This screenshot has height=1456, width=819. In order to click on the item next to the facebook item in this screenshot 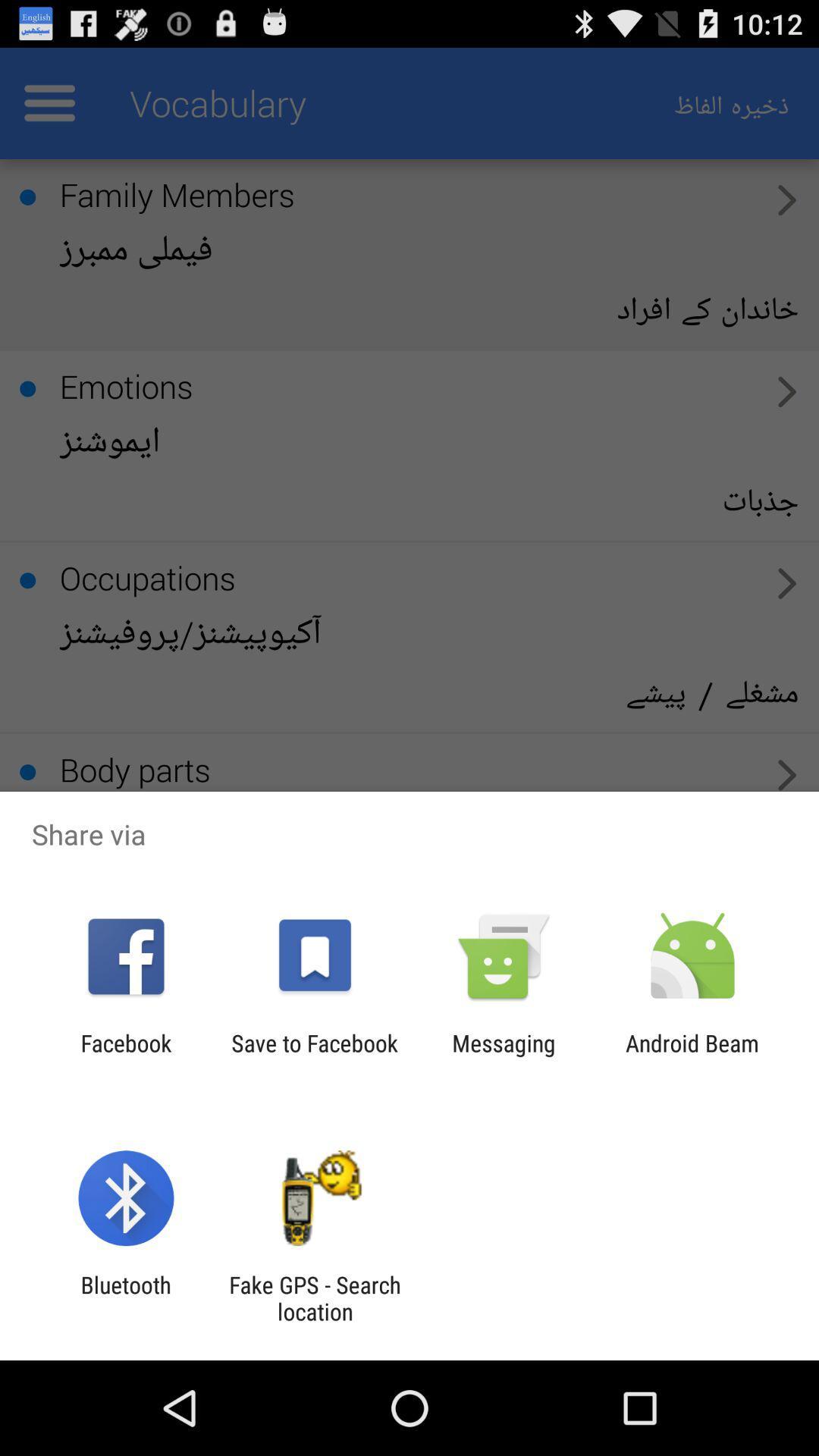, I will do `click(314, 1056)`.